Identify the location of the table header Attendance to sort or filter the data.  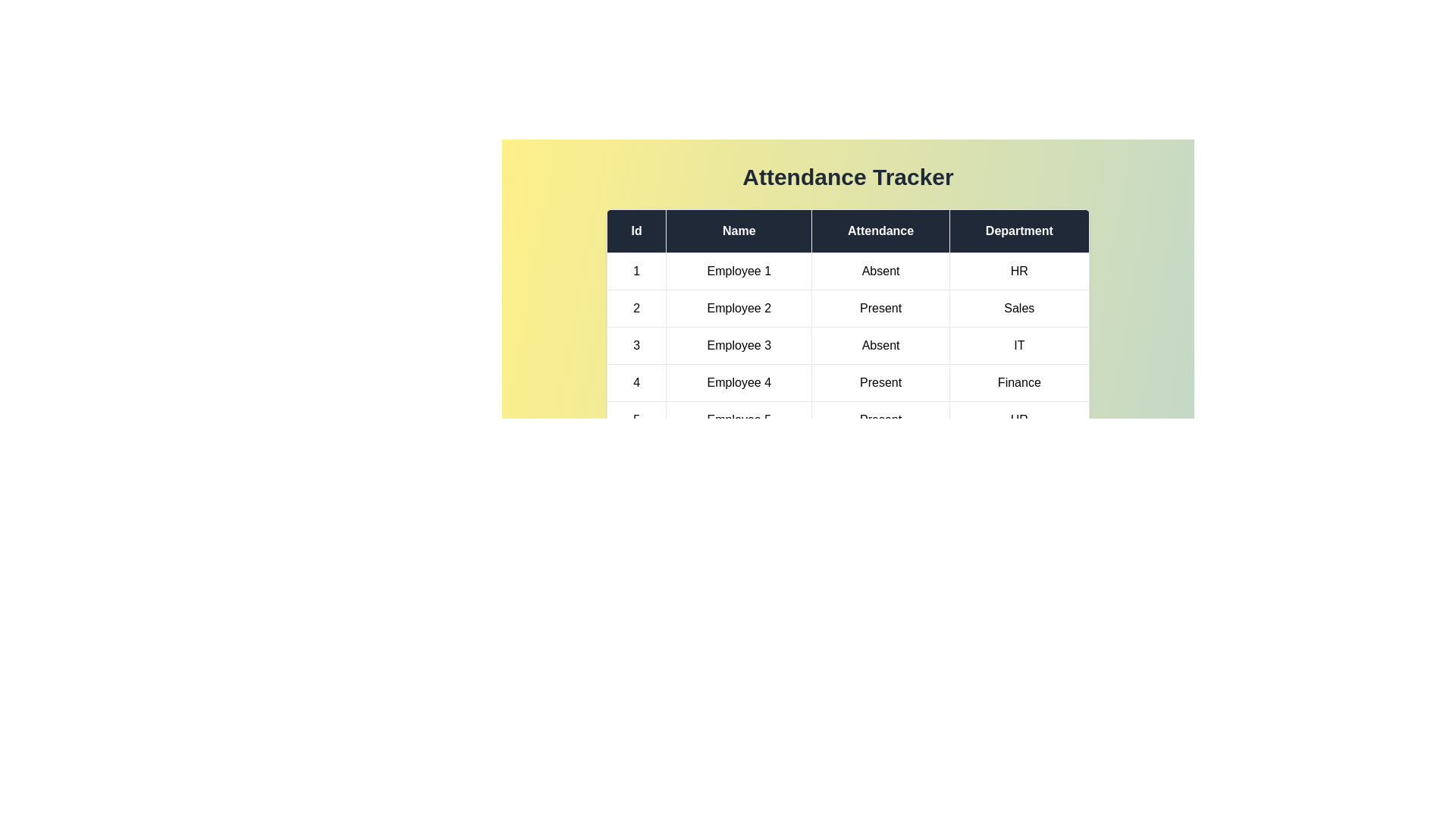
(880, 231).